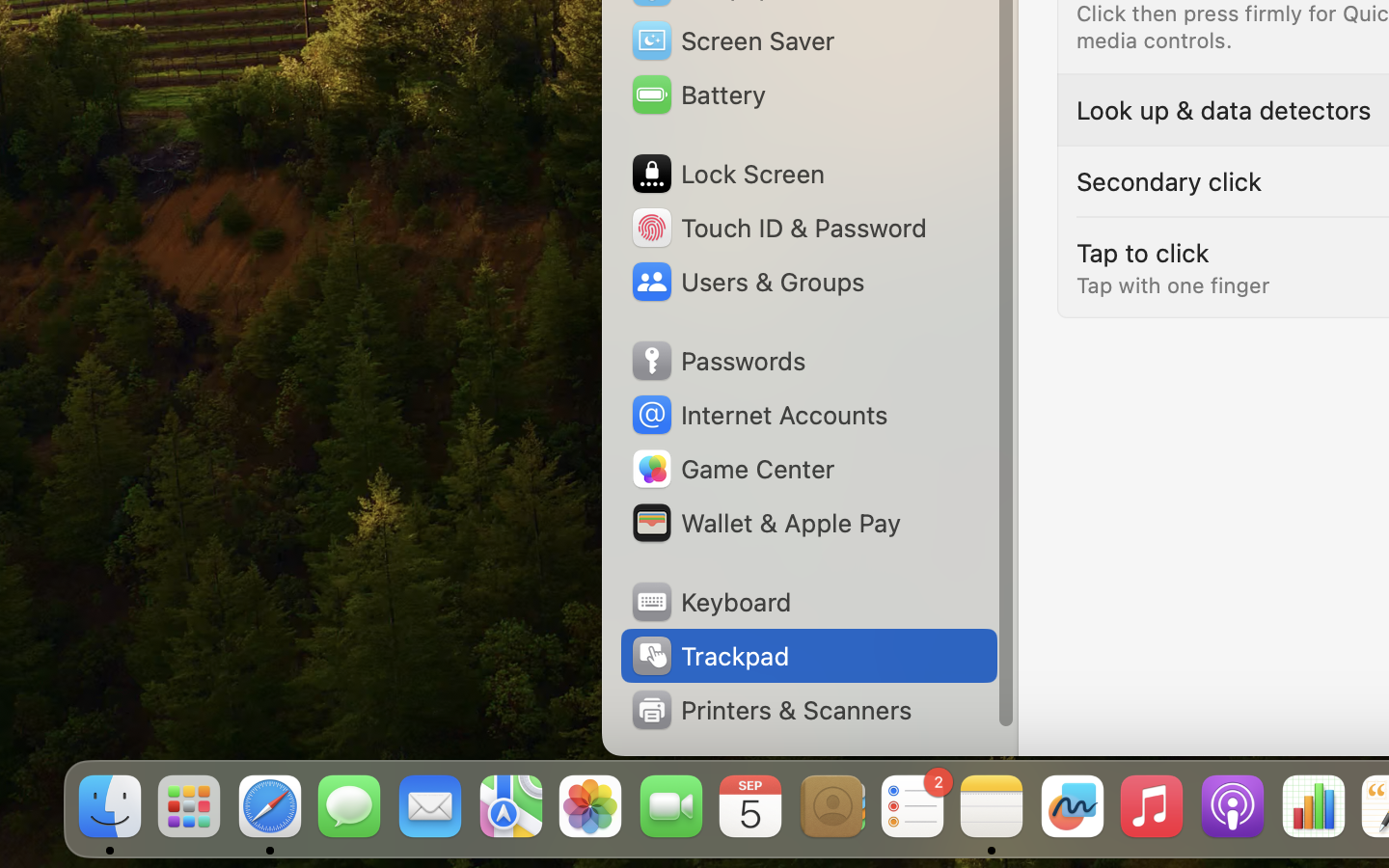 This screenshot has width=1389, height=868. Describe the element at coordinates (1168, 181) in the screenshot. I see `'Secondary click'` at that location.